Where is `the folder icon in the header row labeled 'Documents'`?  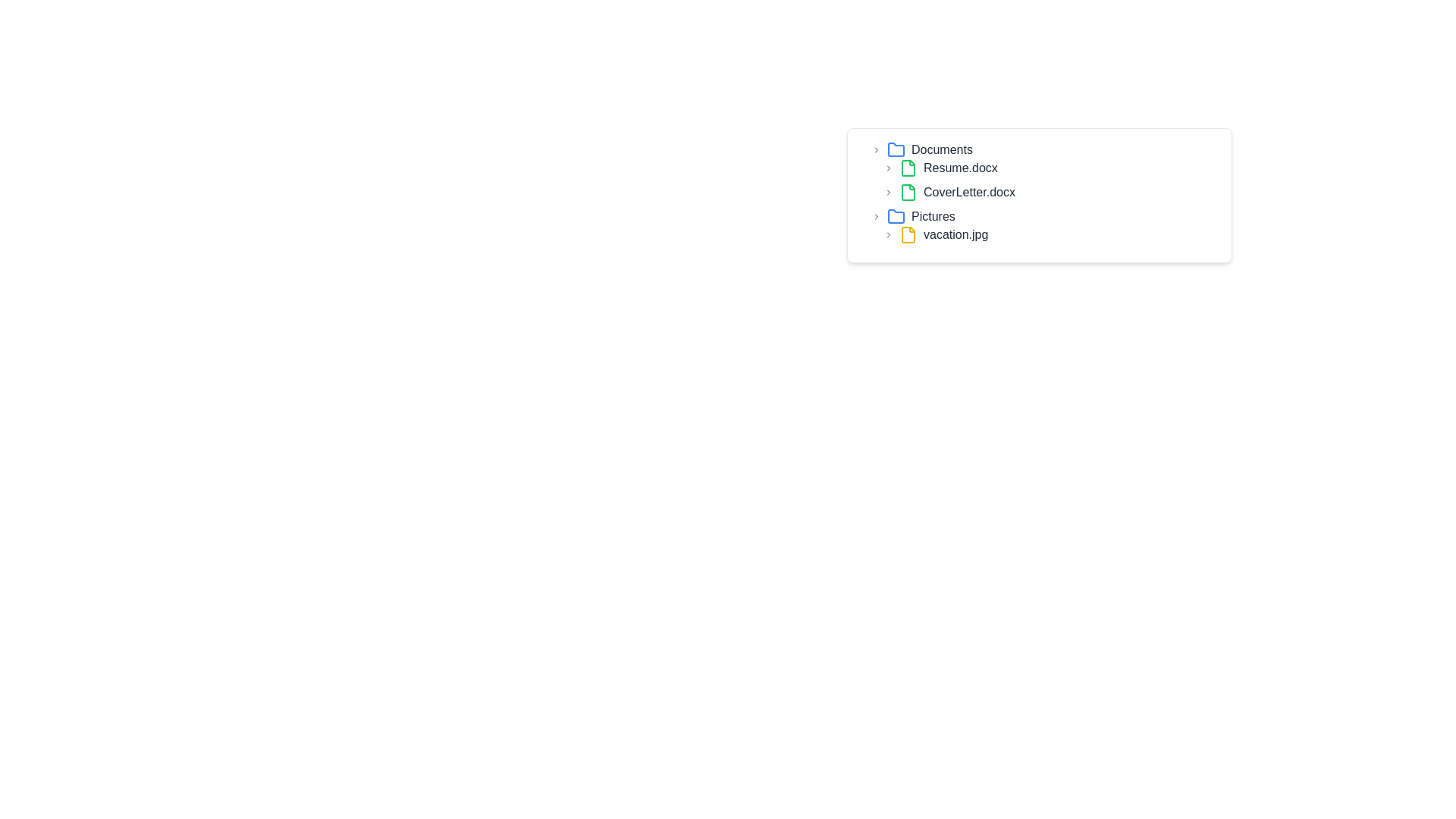
the folder icon in the header row labeled 'Documents' is located at coordinates (877, 149).